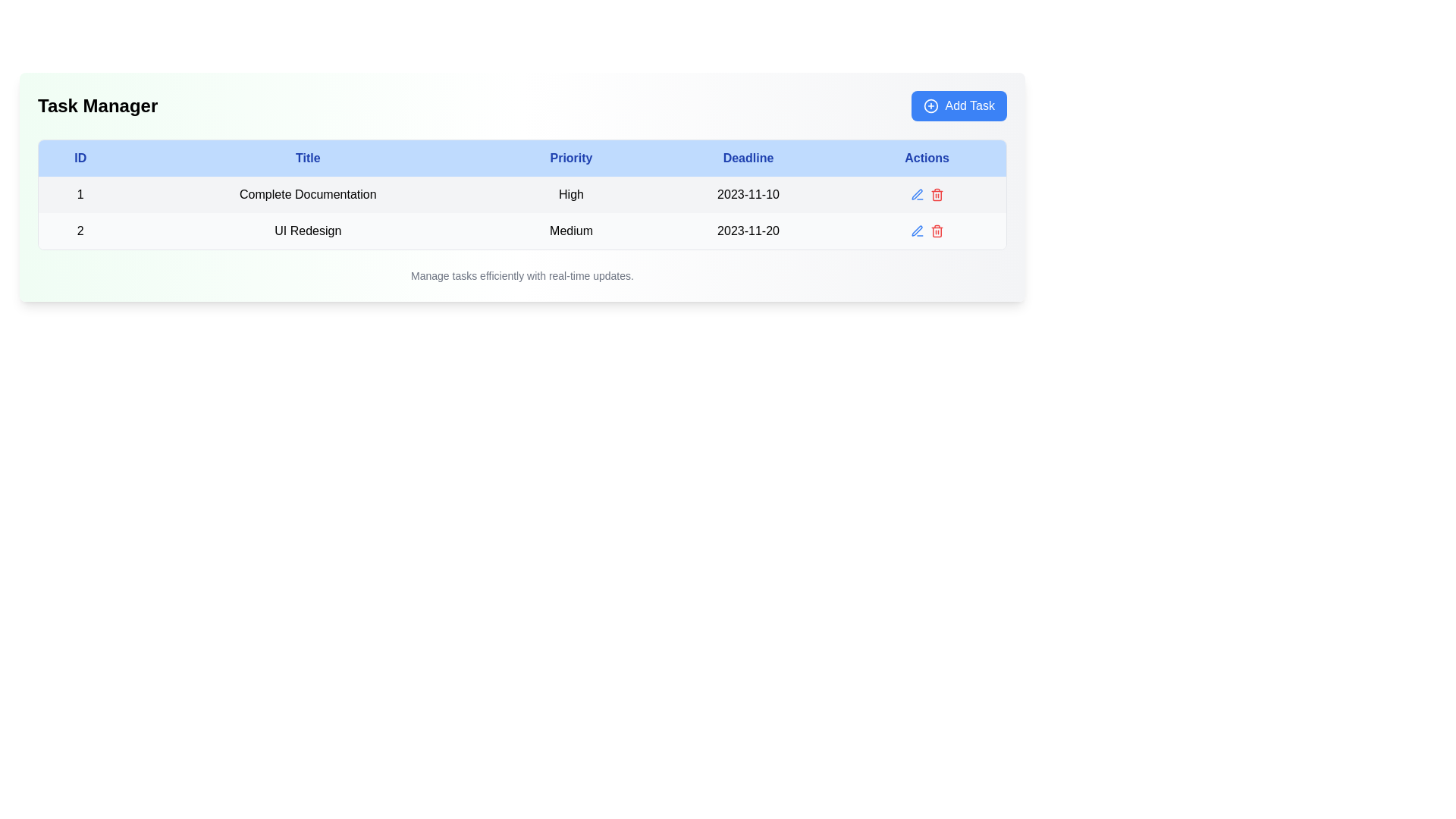 The width and height of the screenshot is (1456, 819). What do you see at coordinates (570, 158) in the screenshot?
I see `the text label in the third column of the table header that indicates task priority, located between the 'Title' and 'Deadline' columns` at bounding box center [570, 158].